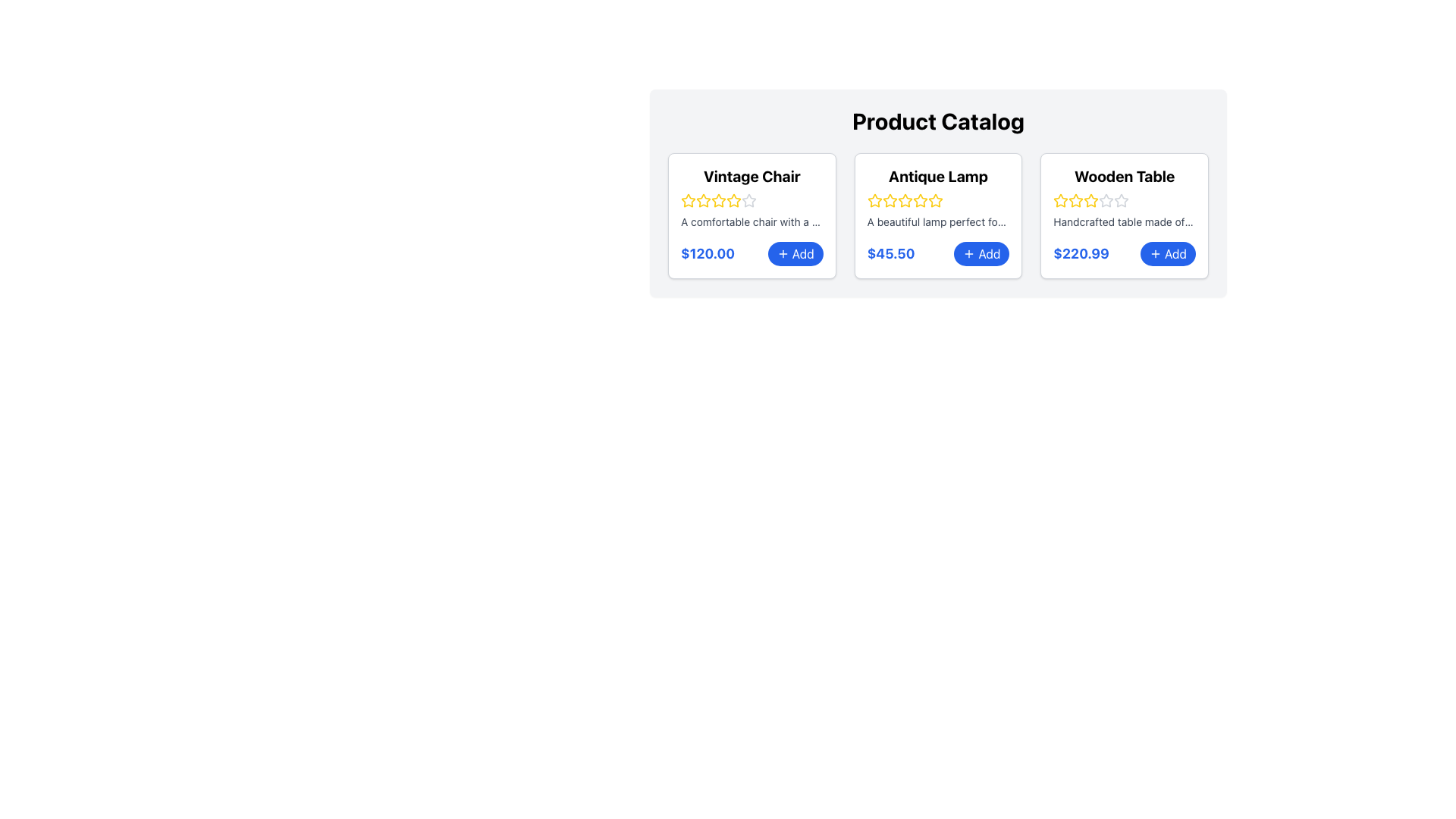 The height and width of the screenshot is (819, 1456). Describe the element at coordinates (795, 253) in the screenshot. I see `the button to add the 'Vintage Chair' product to the cart` at that location.